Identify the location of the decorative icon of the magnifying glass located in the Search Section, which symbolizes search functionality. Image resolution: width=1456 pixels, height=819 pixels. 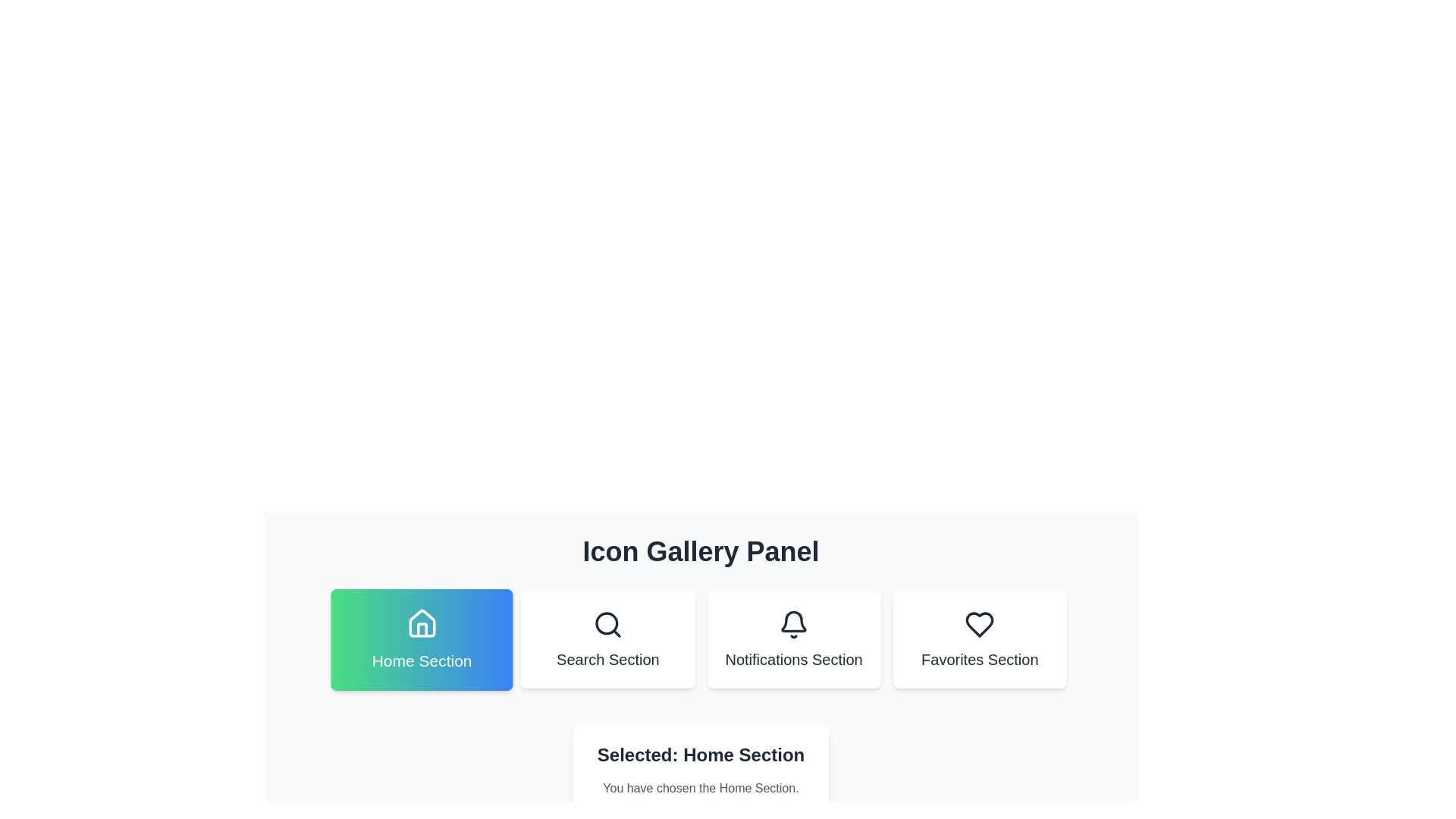
(607, 623).